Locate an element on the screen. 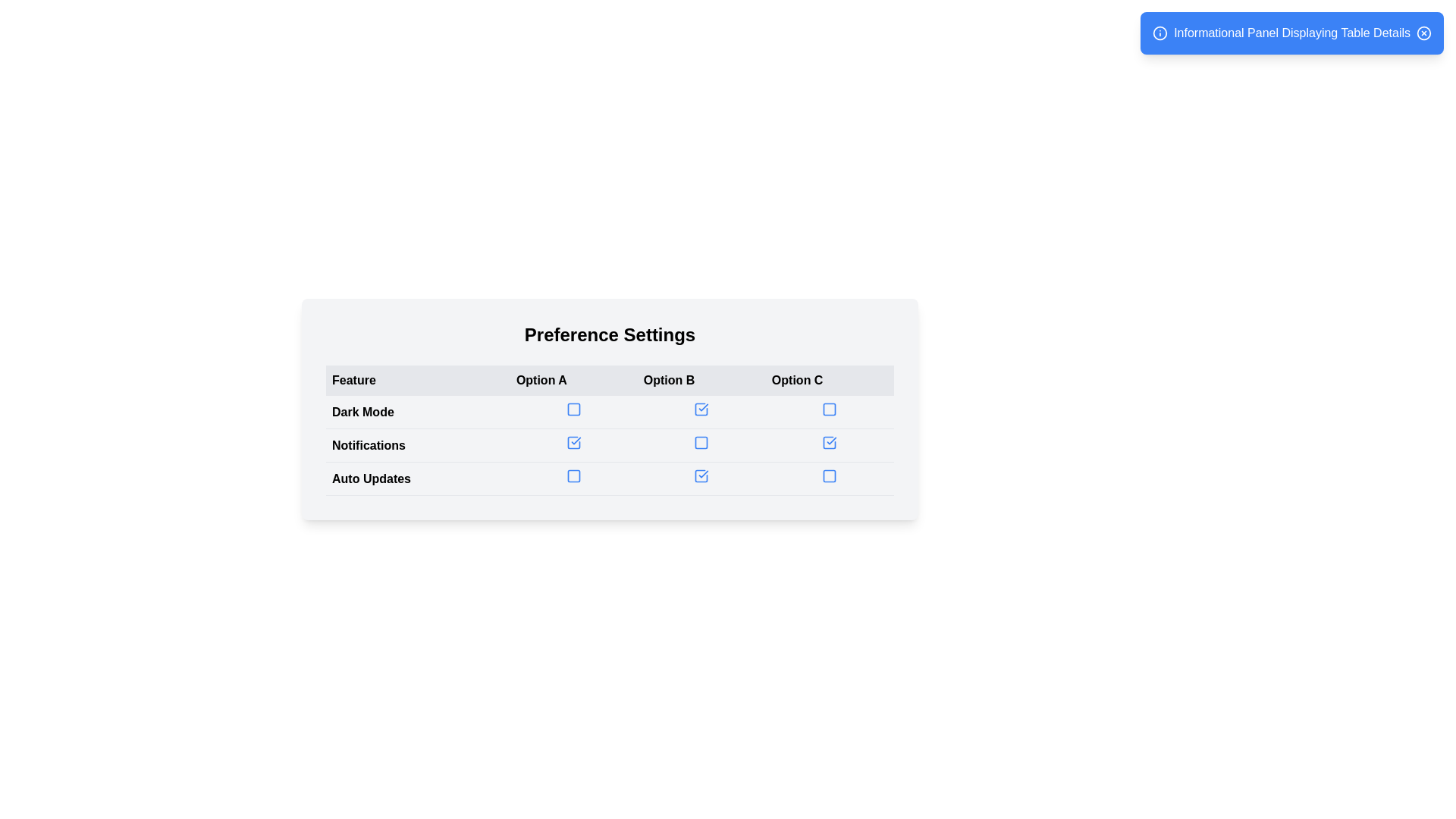 This screenshot has width=1456, height=819. the selected checkbox with a blue outline and checkmark in the 'Notifications' row of the 'Preferences Settings' table is located at coordinates (573, 444).